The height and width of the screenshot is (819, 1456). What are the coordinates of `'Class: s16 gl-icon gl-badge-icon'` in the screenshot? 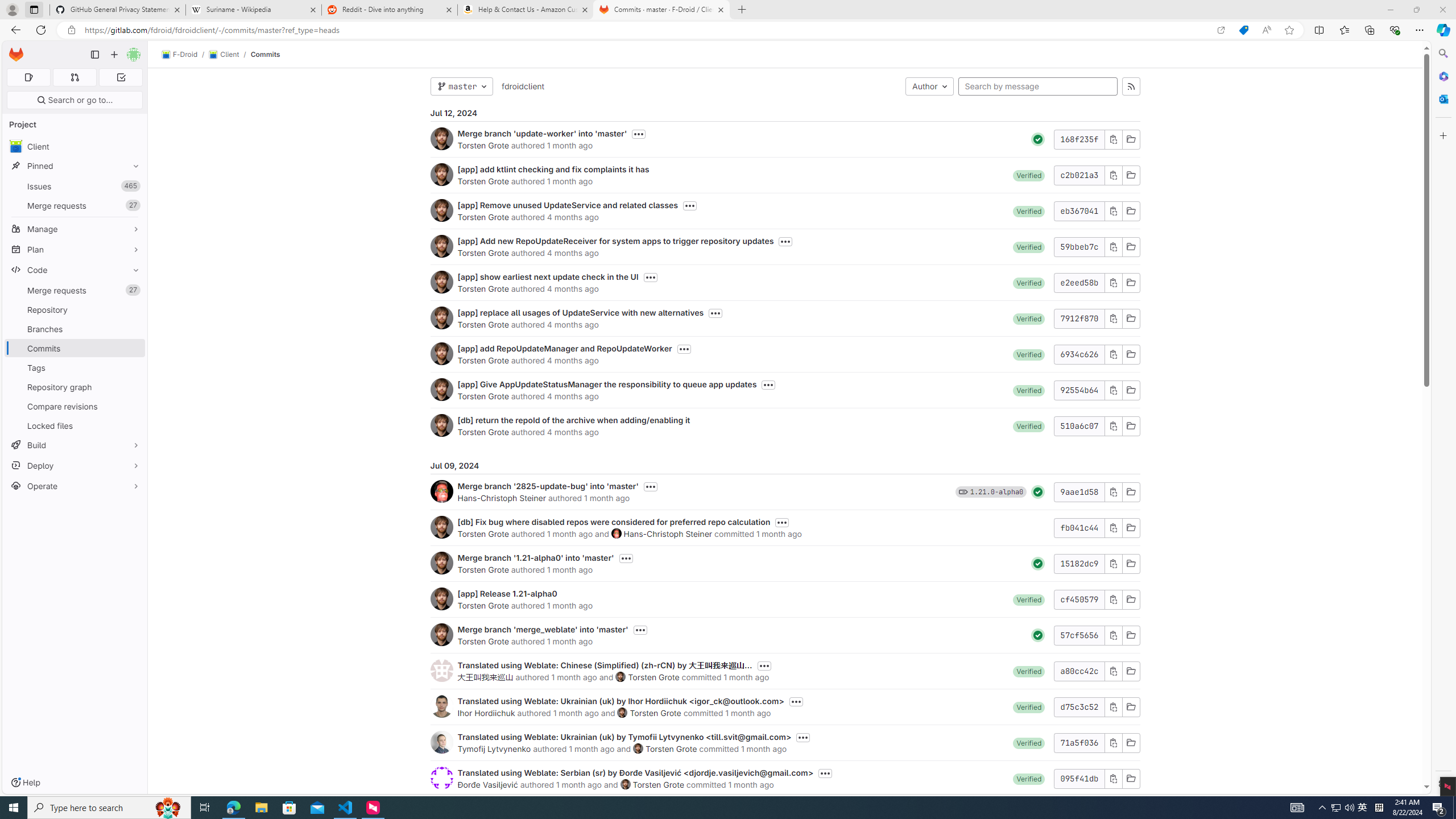 It's located at (962, 491).